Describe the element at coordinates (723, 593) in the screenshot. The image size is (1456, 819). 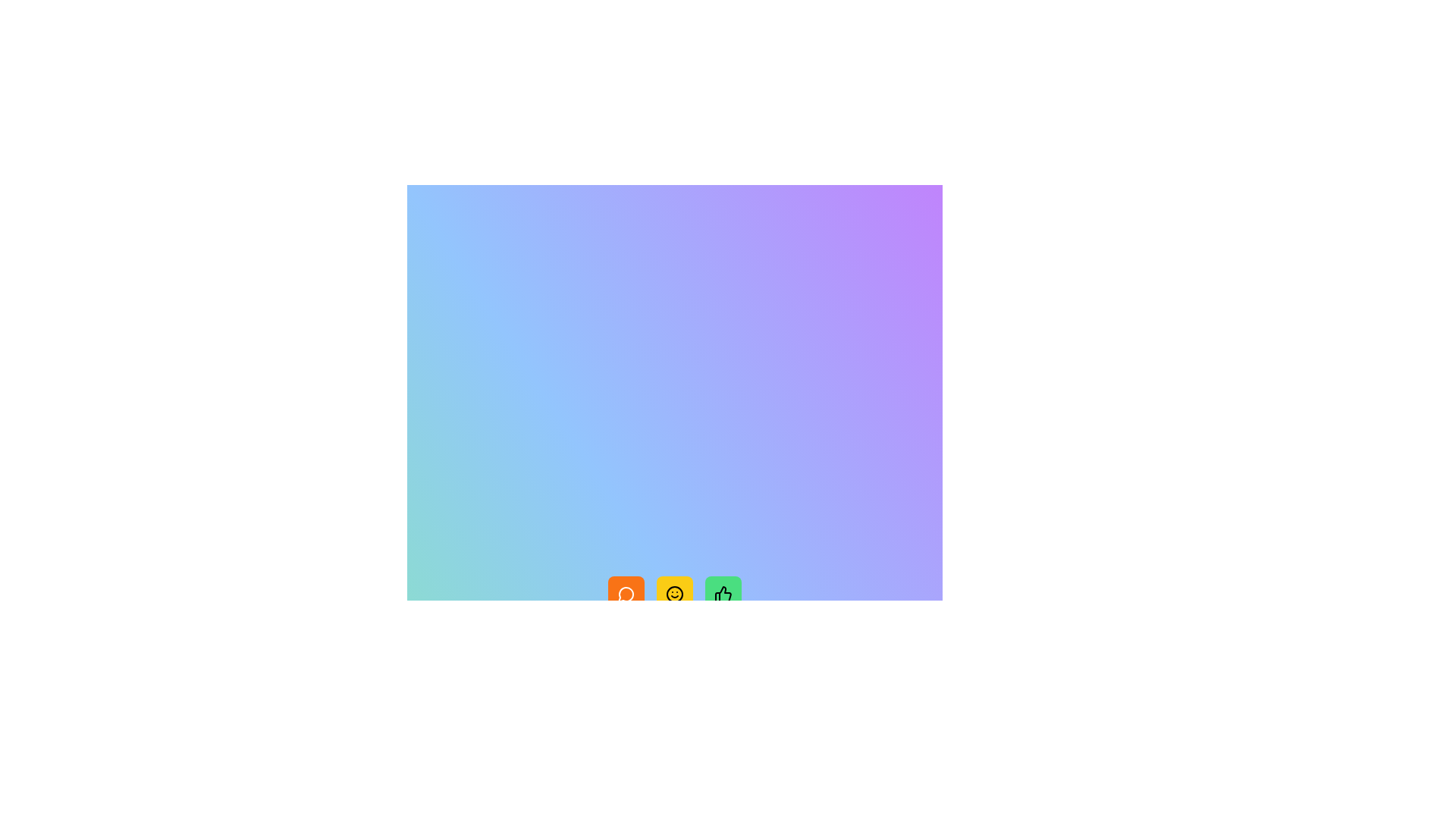
I see `the SVG icon representing approval or agreement, located inside the green 'Like' box at the bottom-center of the layout` at that location.